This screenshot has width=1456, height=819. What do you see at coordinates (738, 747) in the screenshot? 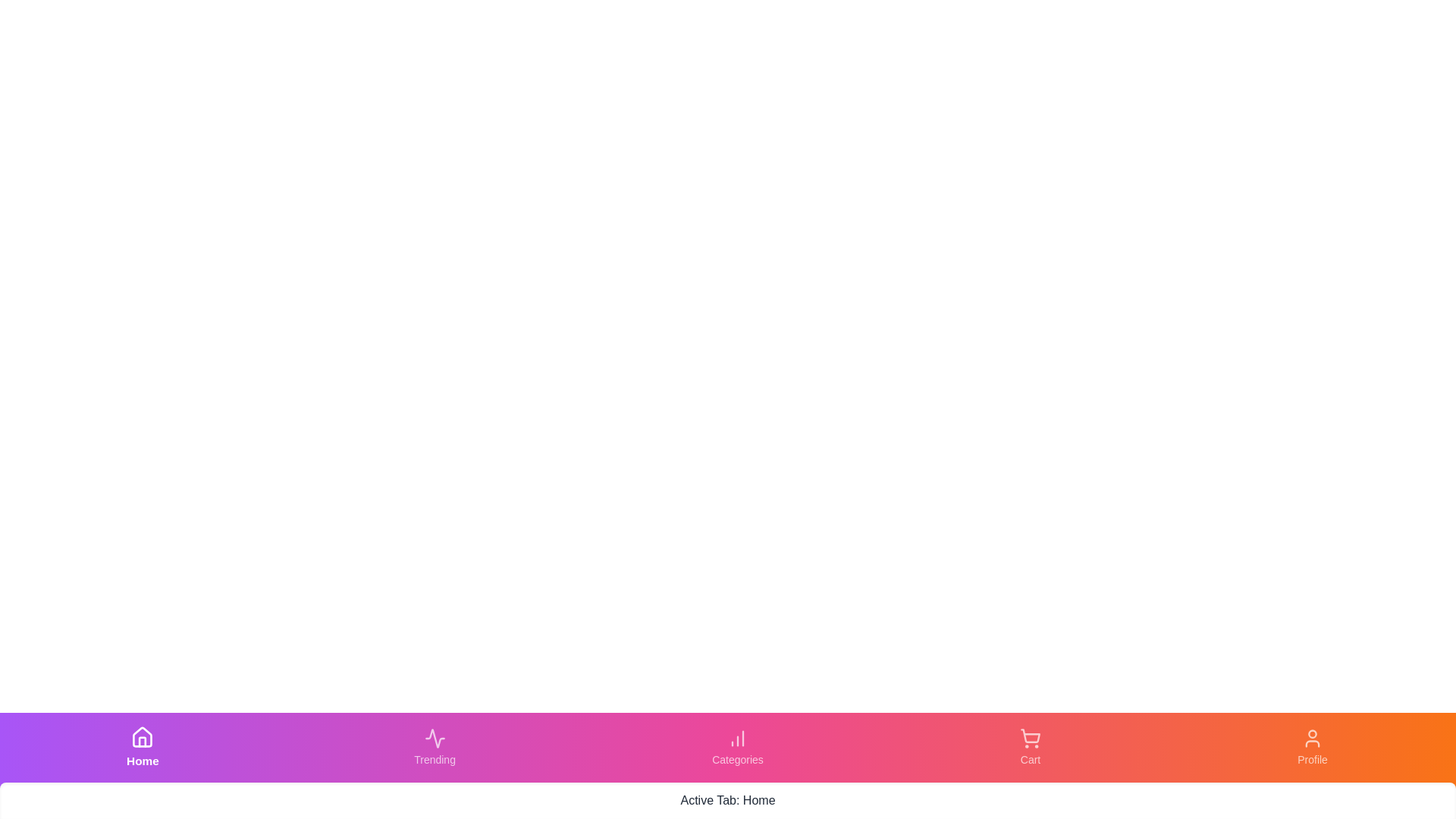
I see `the Categories tab to activate it` at bounding box center [738, 747].